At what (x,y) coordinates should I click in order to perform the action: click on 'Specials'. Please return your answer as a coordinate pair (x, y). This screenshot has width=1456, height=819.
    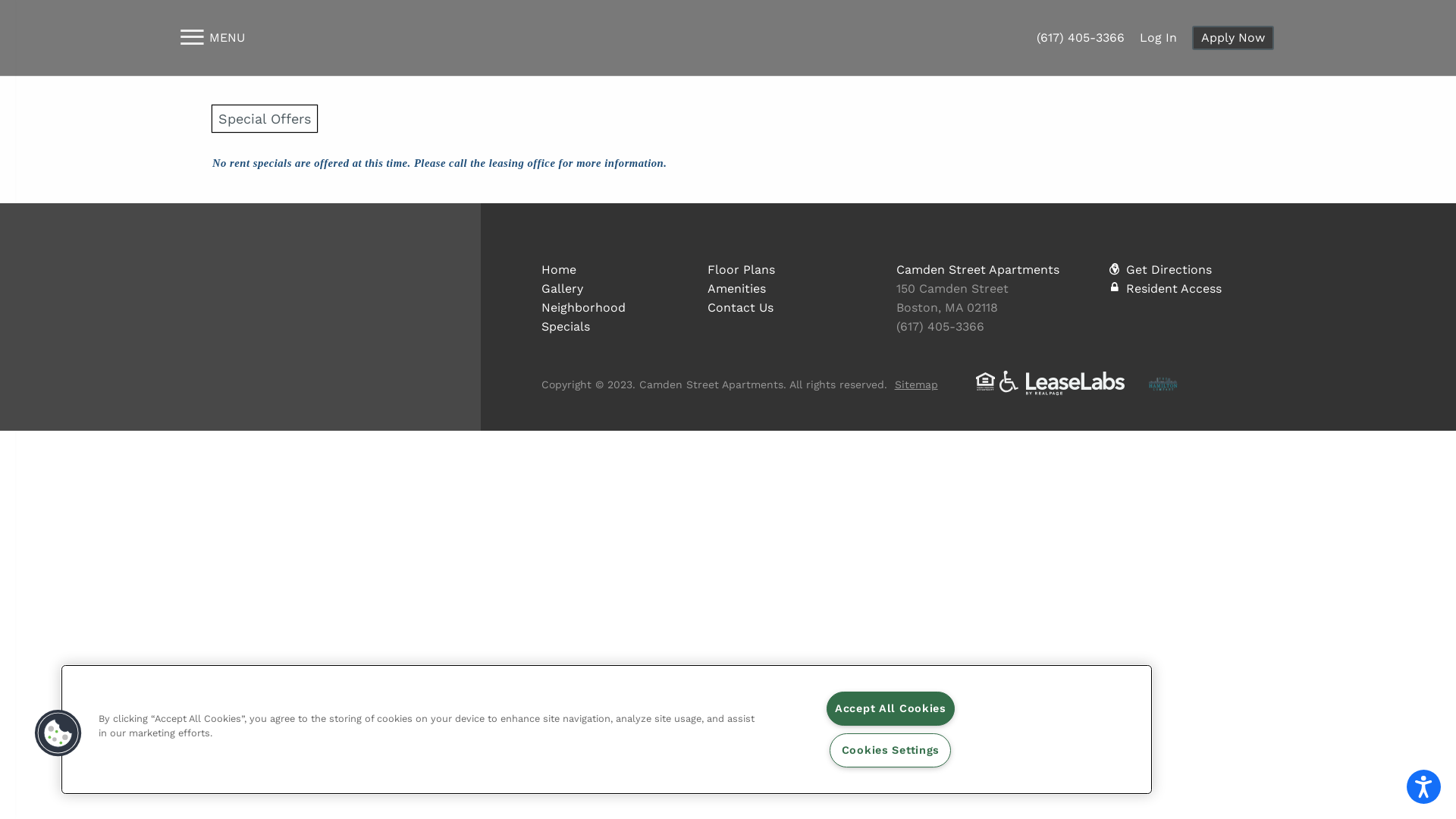
    Looking at the image, I should click on (541, 325).